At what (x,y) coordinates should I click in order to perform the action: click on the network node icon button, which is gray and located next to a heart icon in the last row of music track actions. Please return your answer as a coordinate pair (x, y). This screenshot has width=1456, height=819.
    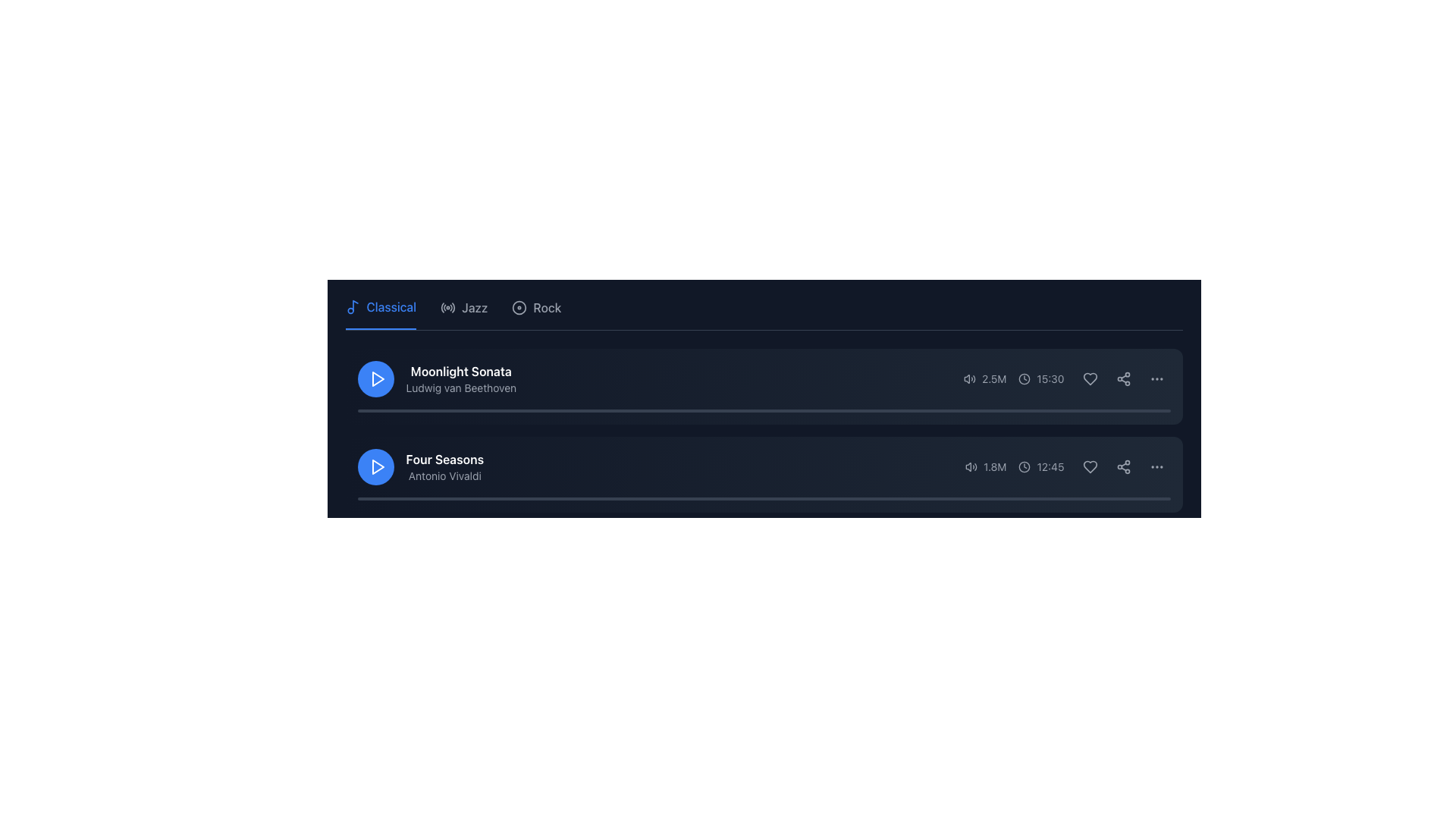
    Looking at the image, I should click on (1123, 466).